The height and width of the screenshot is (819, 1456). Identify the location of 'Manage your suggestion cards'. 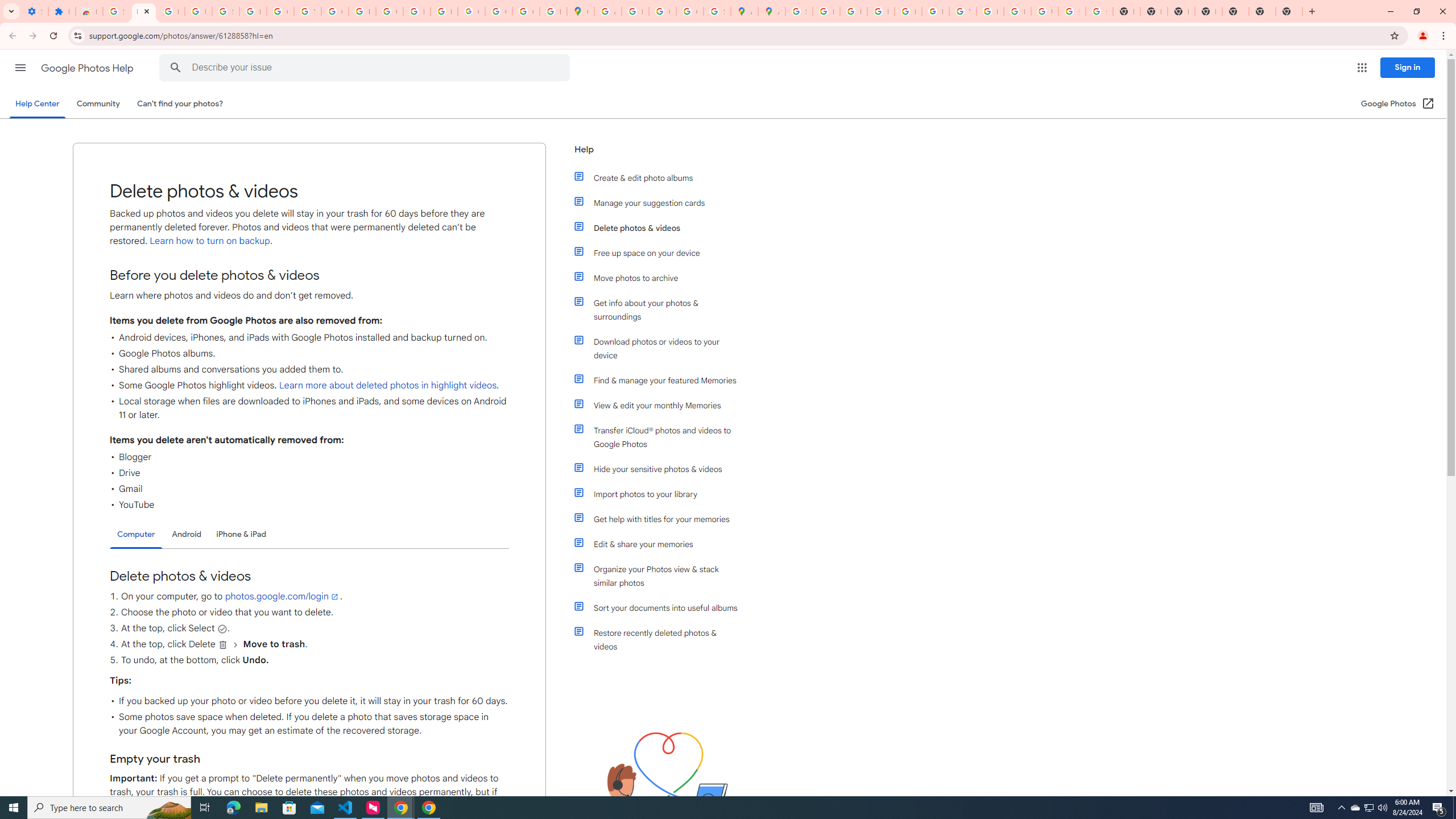
(661, 202).